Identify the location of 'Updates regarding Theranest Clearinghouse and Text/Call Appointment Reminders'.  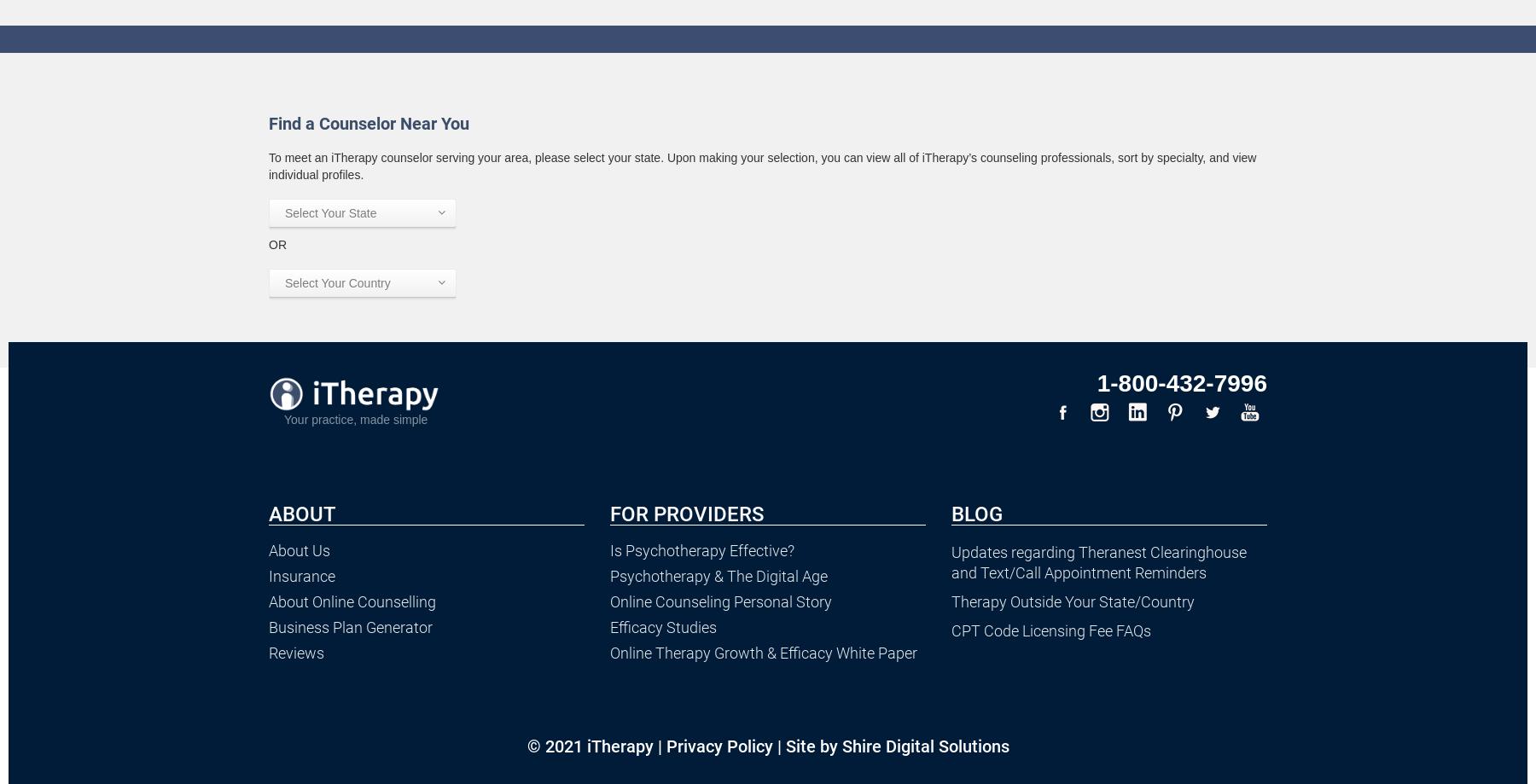
(1099, 561).